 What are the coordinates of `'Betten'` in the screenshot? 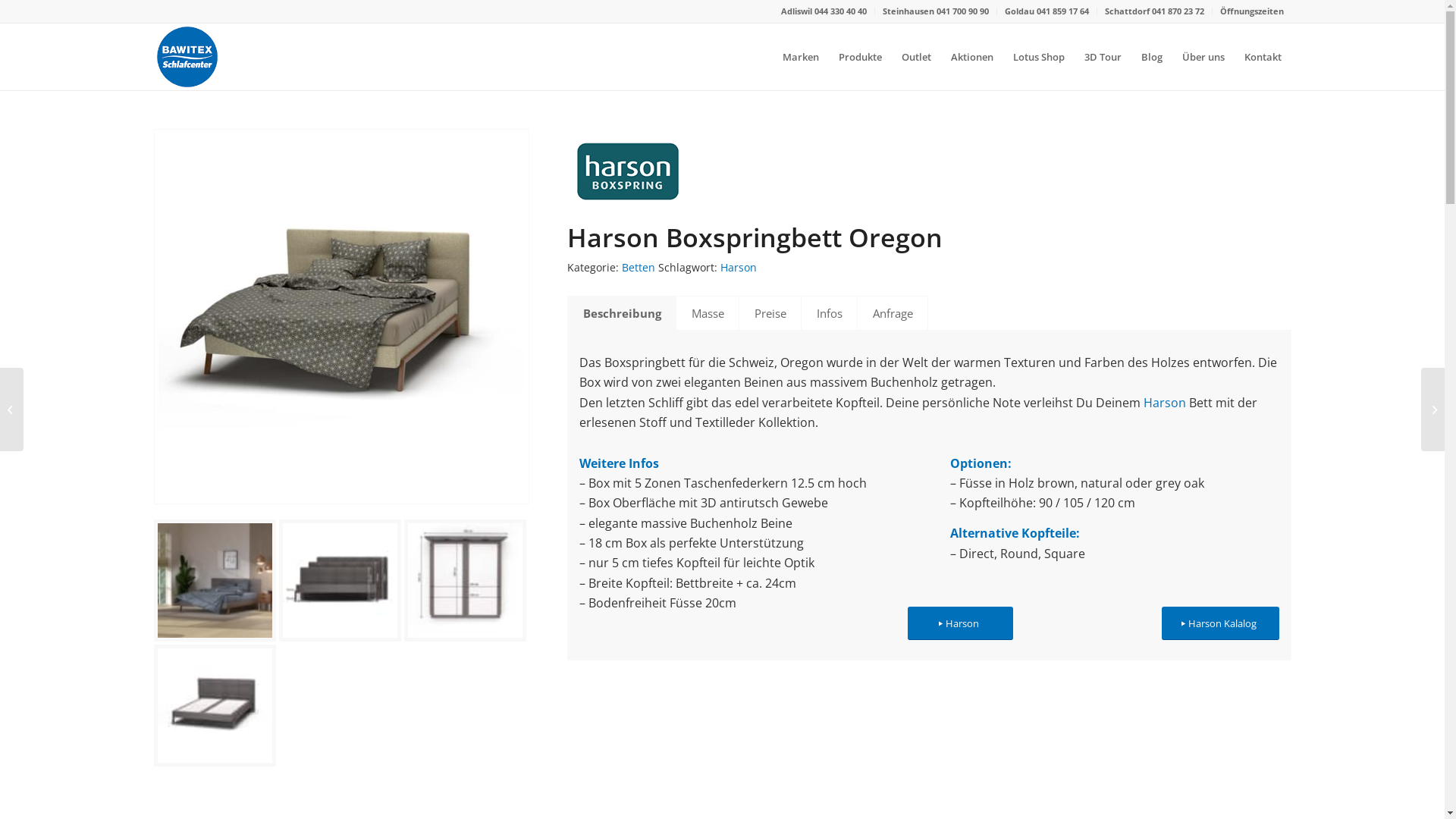 It's located at (638, 266).